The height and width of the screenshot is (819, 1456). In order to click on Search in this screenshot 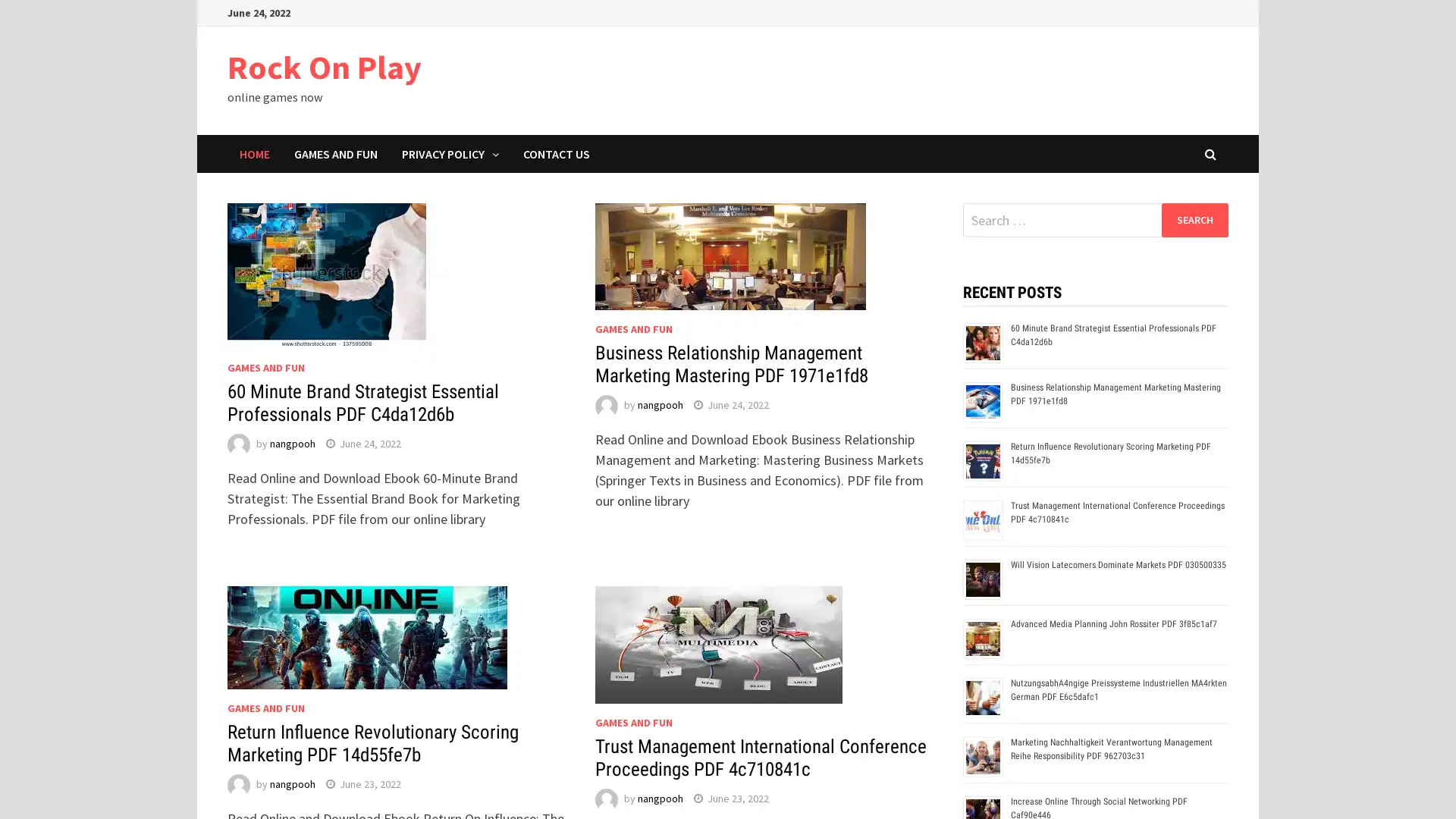, I will do `click(1194, 219)`.